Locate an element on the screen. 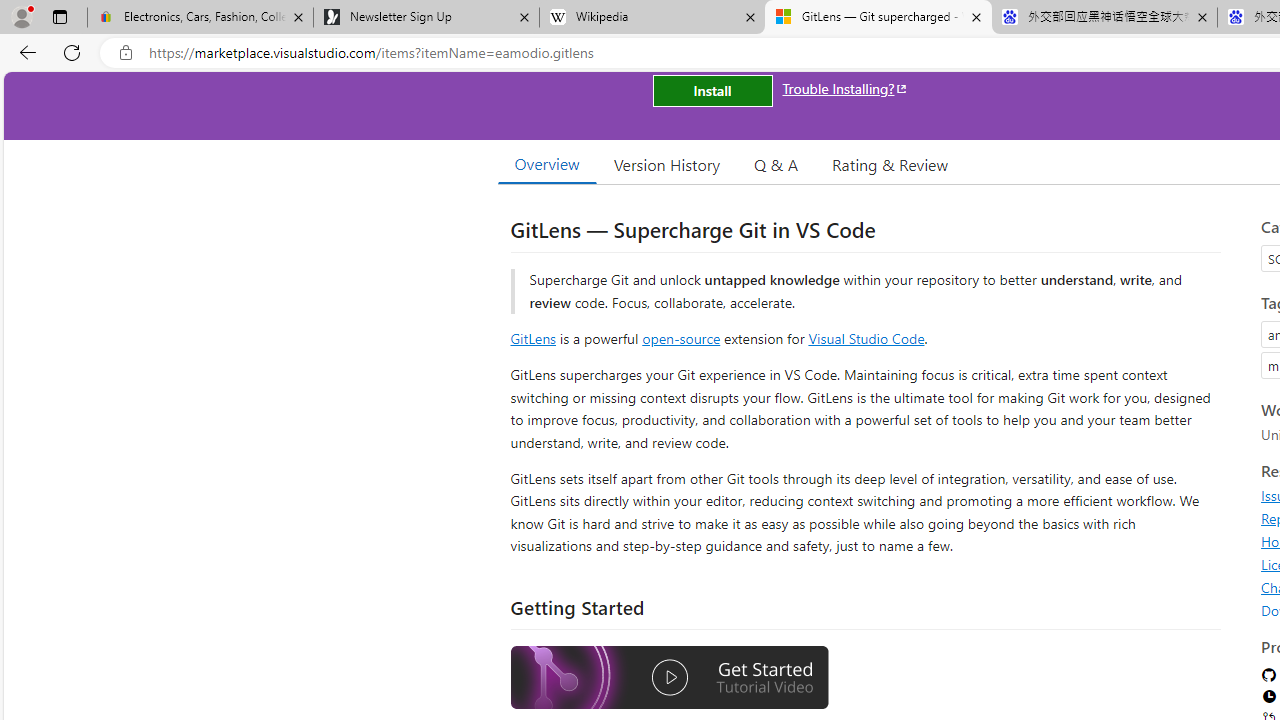 This screenshot has width=1280, height=720. 'Version History' is located at coordinates (667, 163).